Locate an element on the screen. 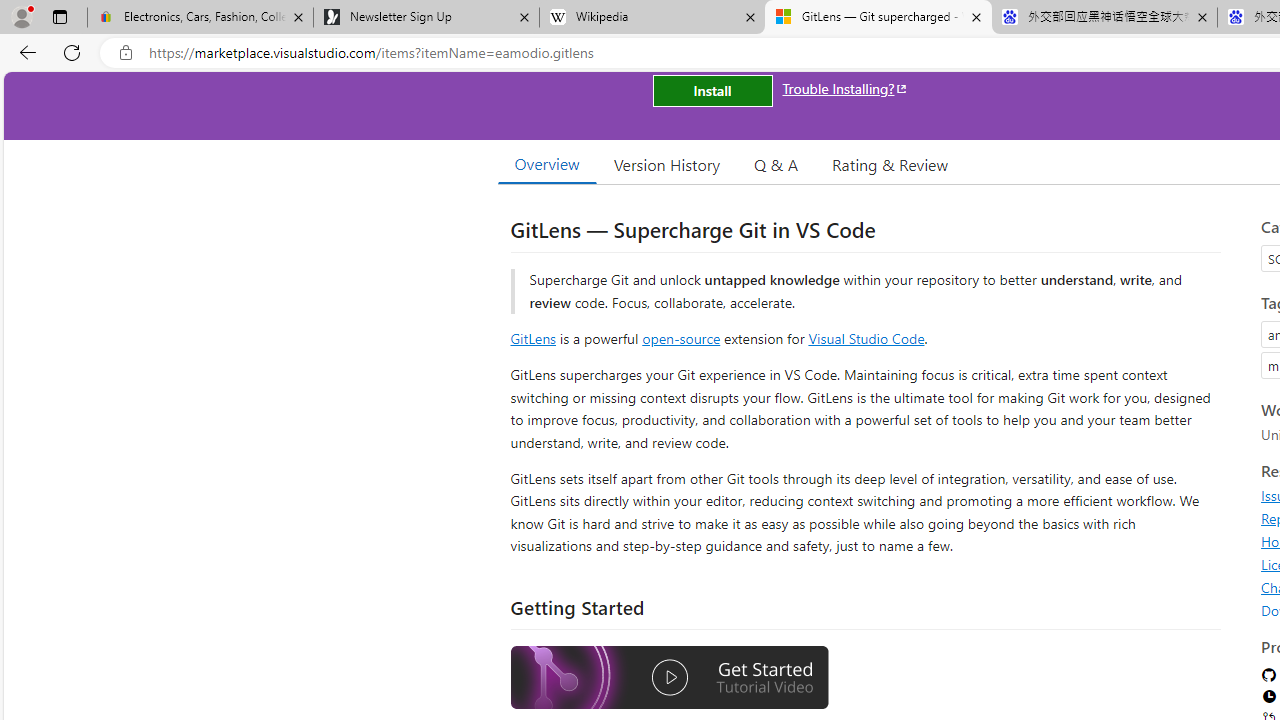 This screenshot has width=1280, height=720. 'Version History' is located at coordinates (667, 163).